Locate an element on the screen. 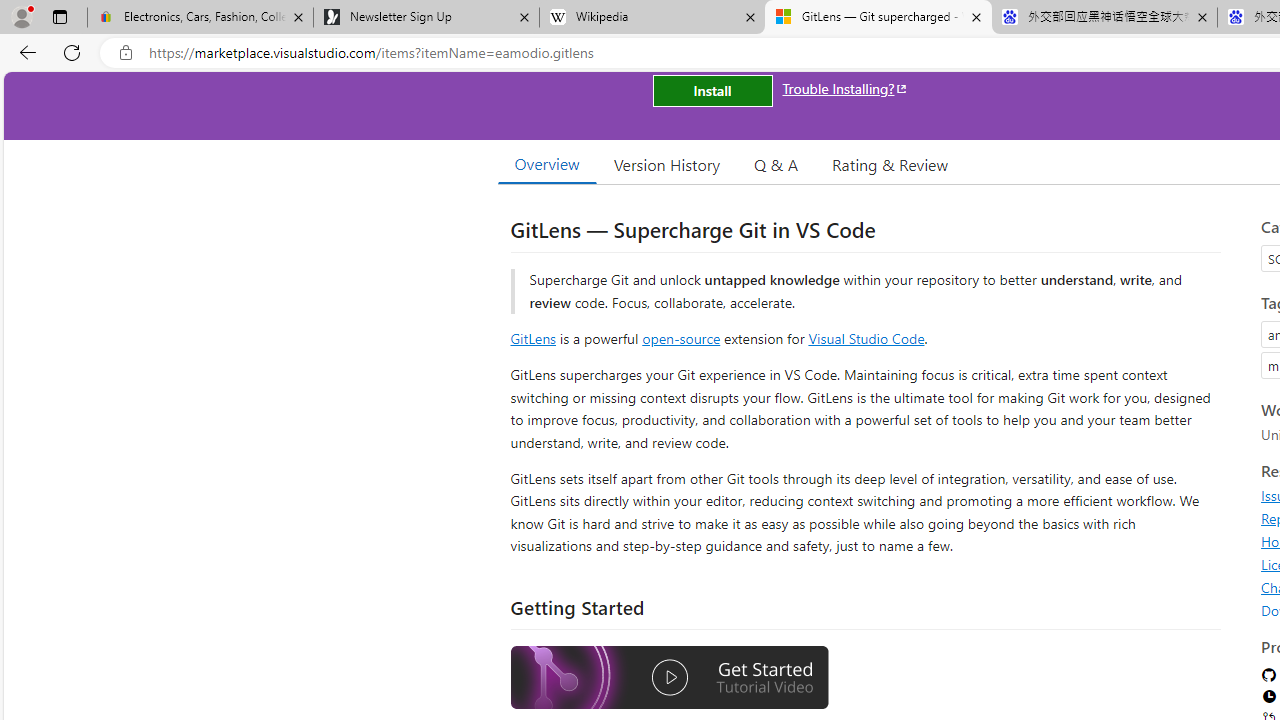 This screenshot has width=1280, height=720. 'Version History' is located at coordinates (667, 163).